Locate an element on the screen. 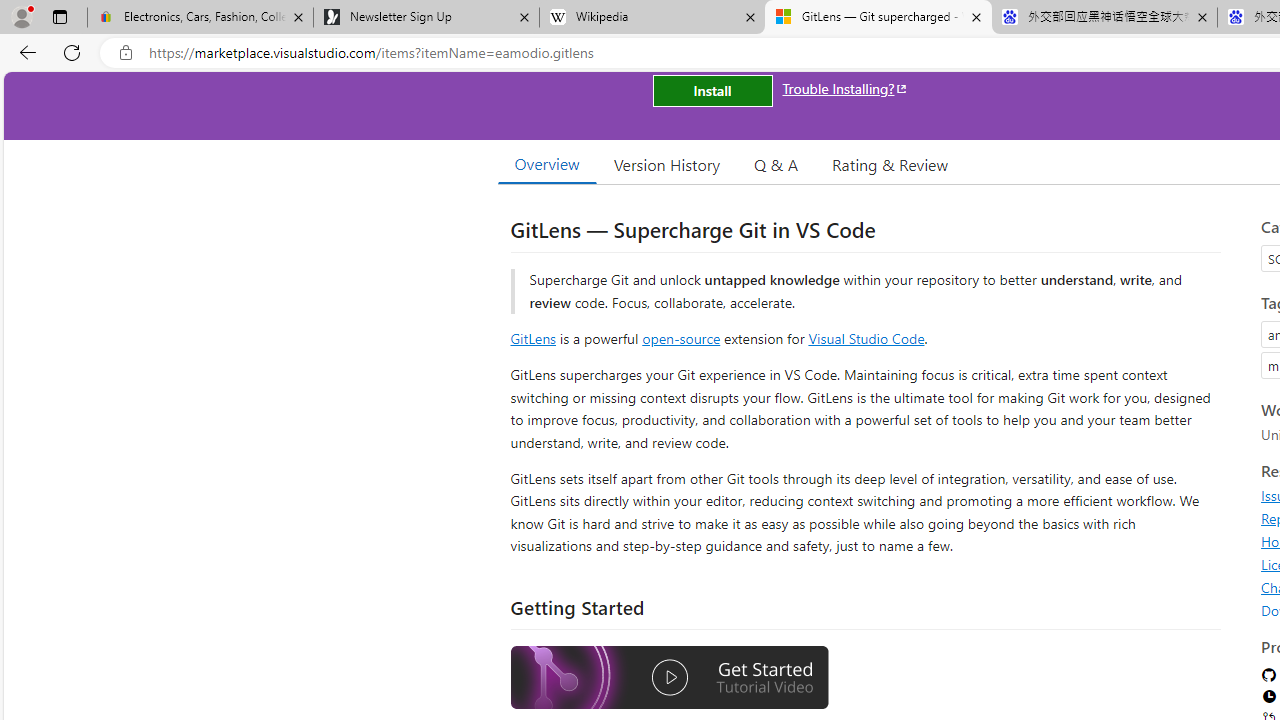 This screenshot has width=1280, height=720. 'Version History' is located at coordinates (667, 163).